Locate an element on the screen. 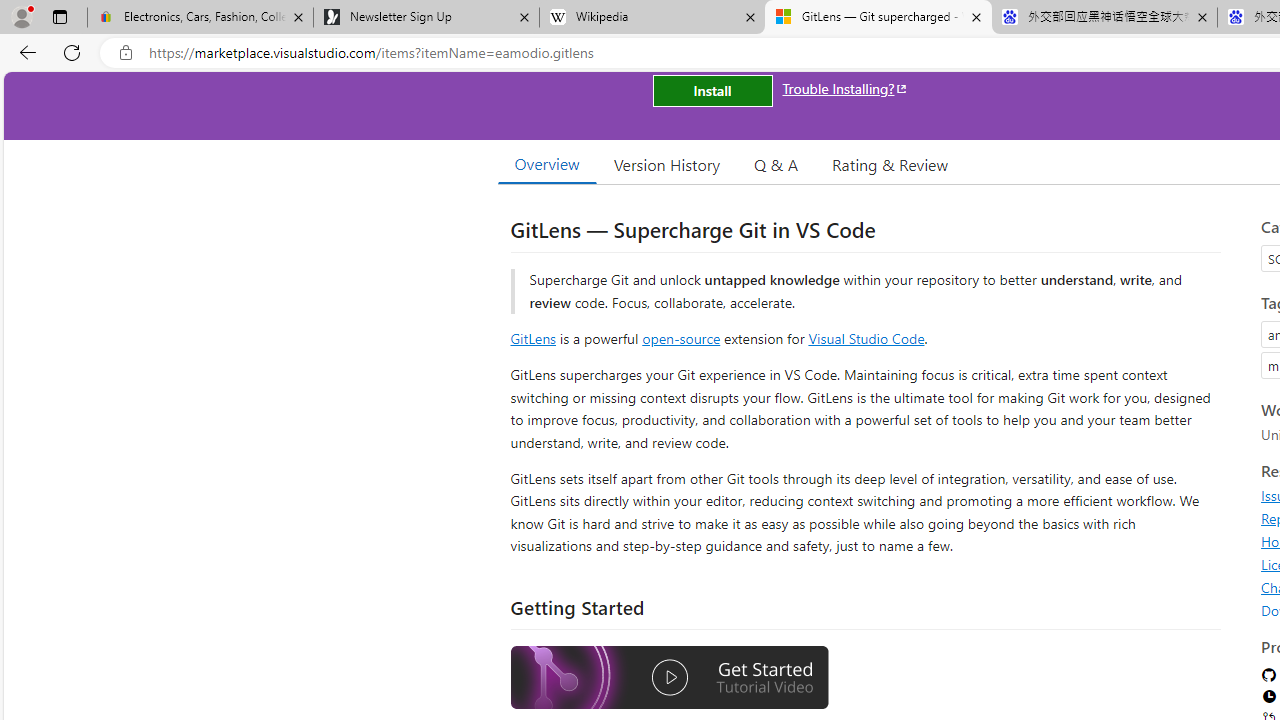 This screenshot has width=1280, height=720. 'Version History' is located at coordinates (667, 163).